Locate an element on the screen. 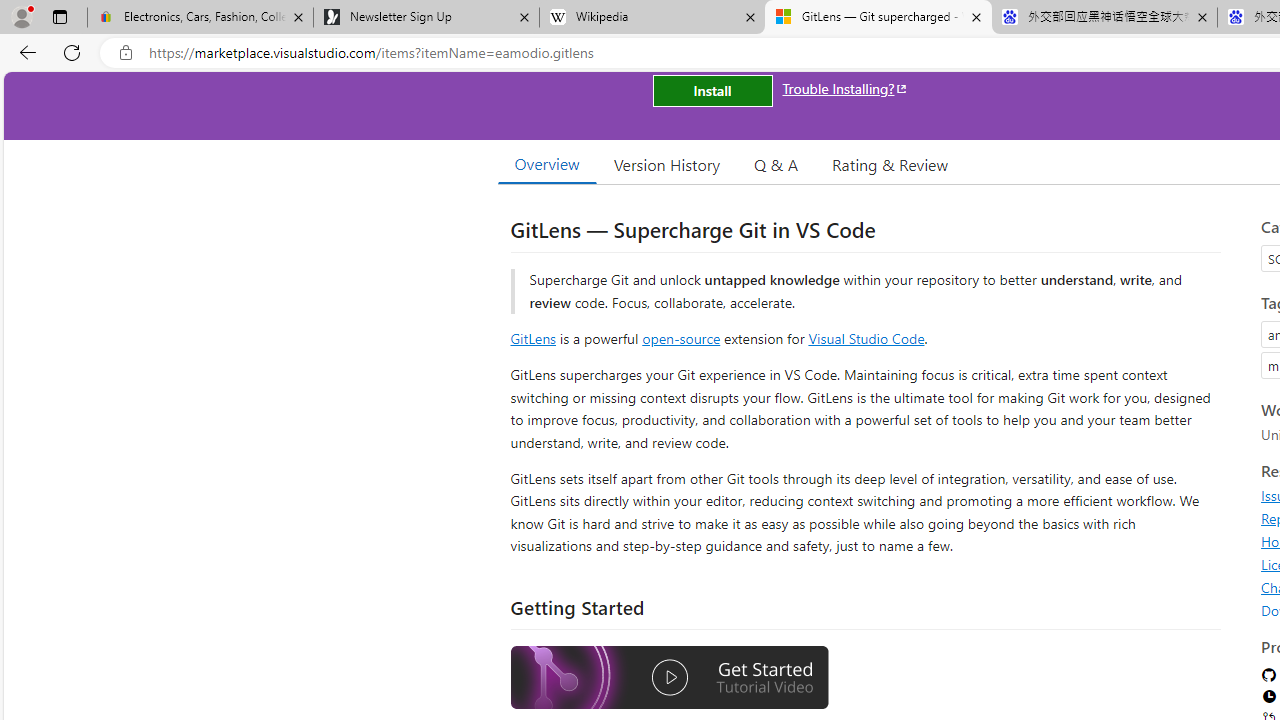 This screenshot has width=1280, height=720. 'Version History' is located at coordinates (667, 163).